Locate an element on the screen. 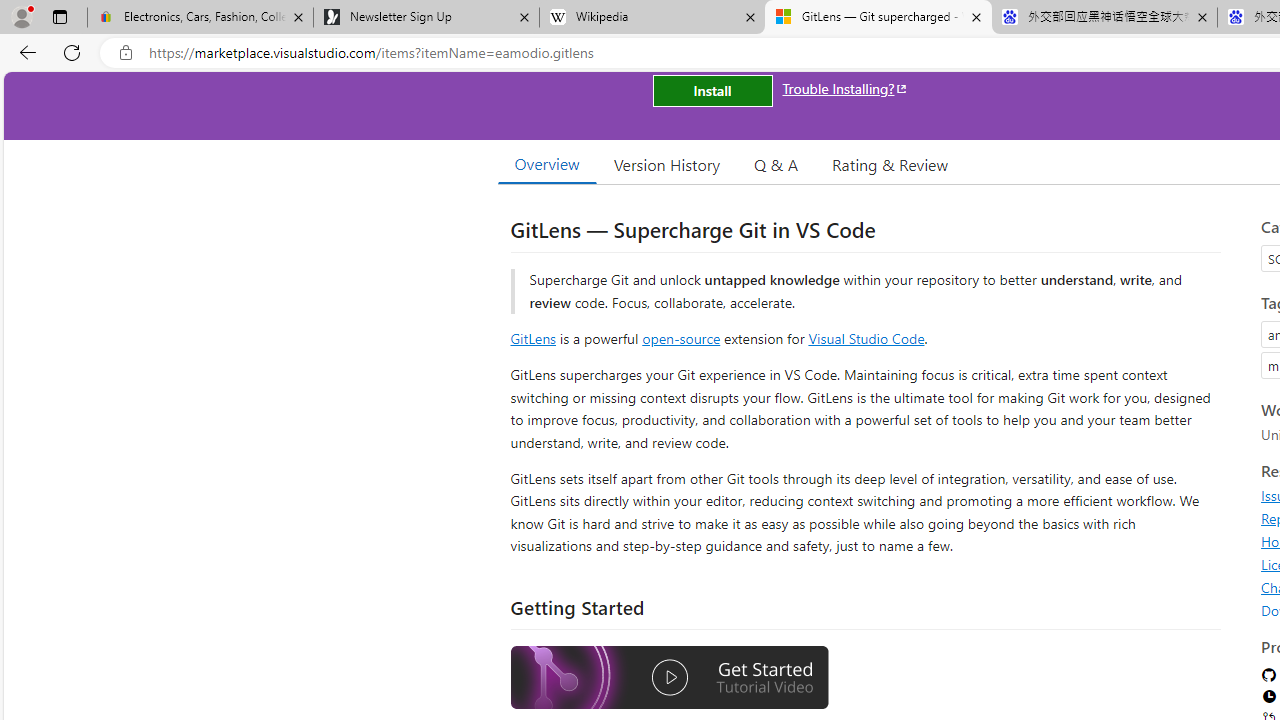 This screenshot has width=1280, height=720. 'Version History' is located at coordinates (667, 163).